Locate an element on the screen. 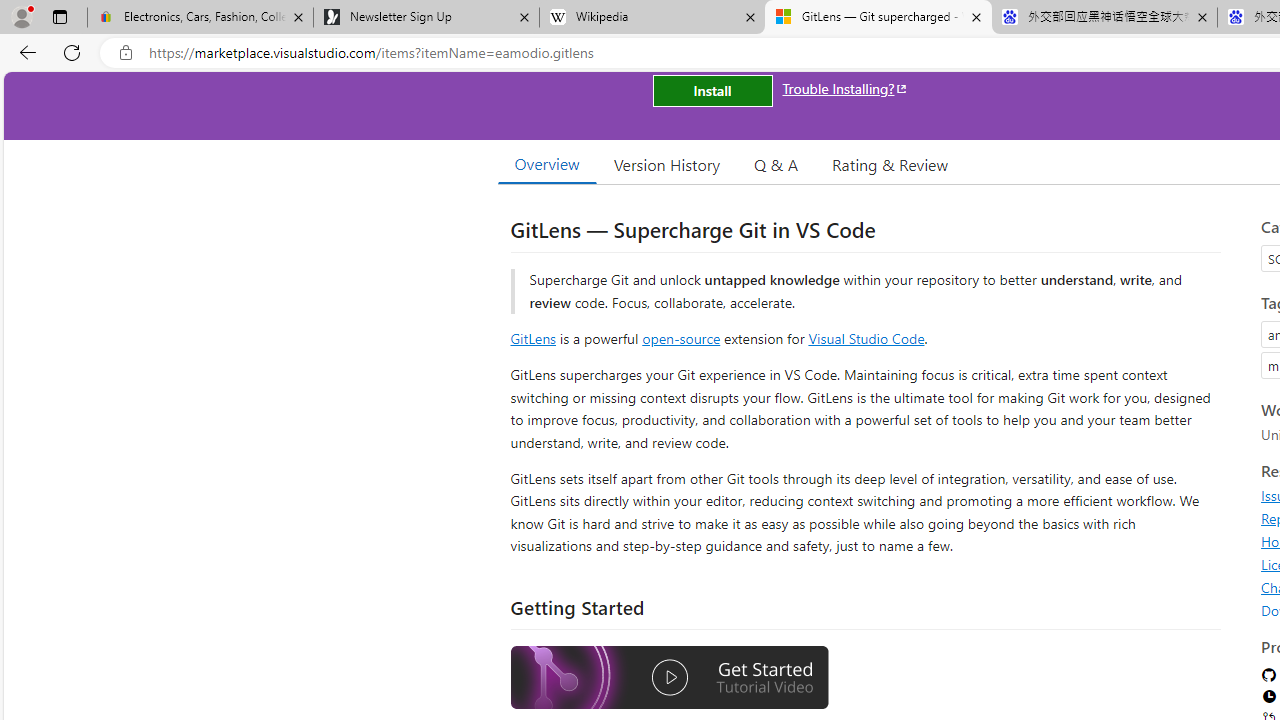 This screenshot has width=1280, height=720. 'Version History' is located at coordinates (667, 163).